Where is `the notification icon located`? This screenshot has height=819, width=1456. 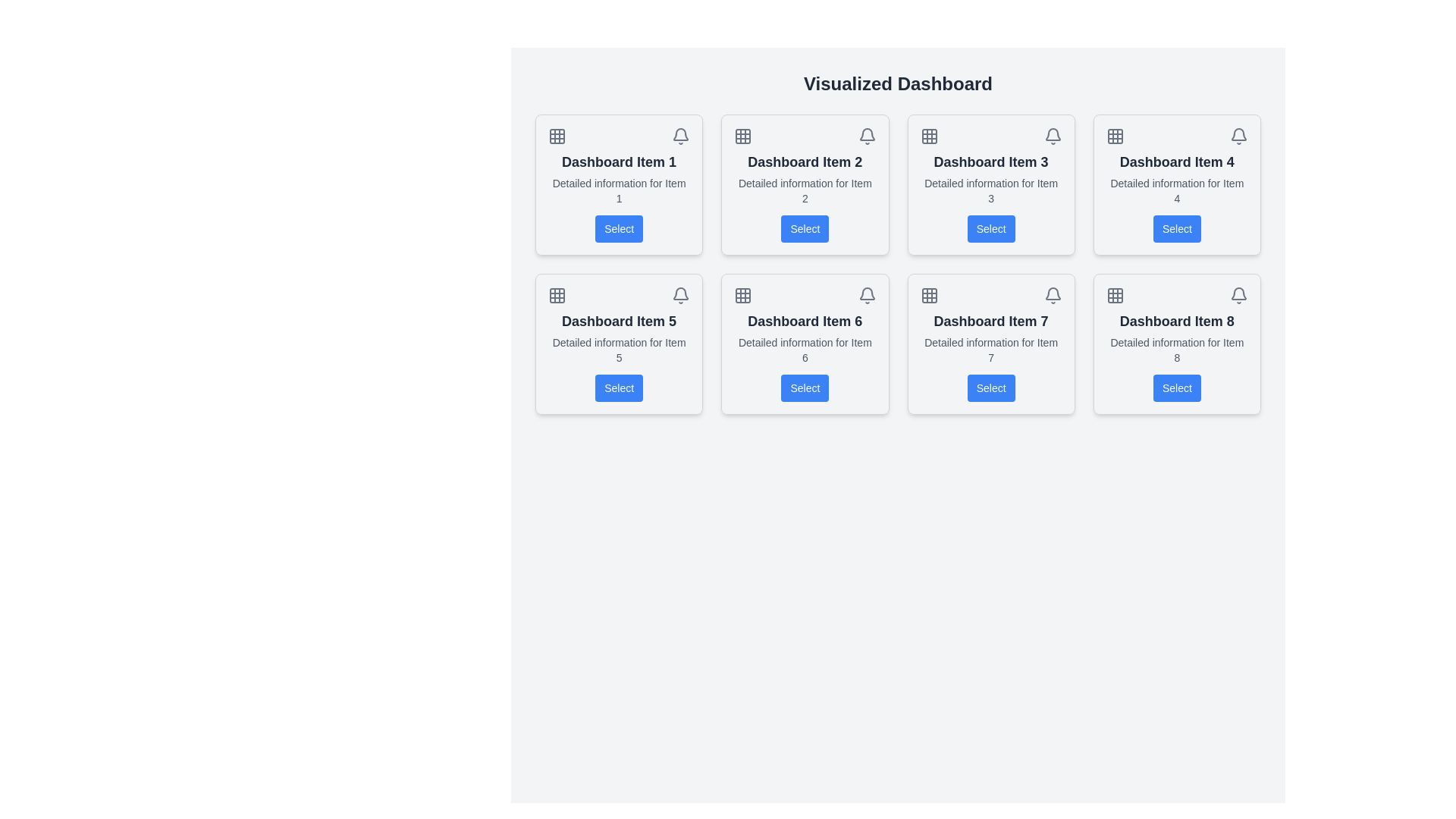 the notification icon located is located at coordinates (1238, 293).